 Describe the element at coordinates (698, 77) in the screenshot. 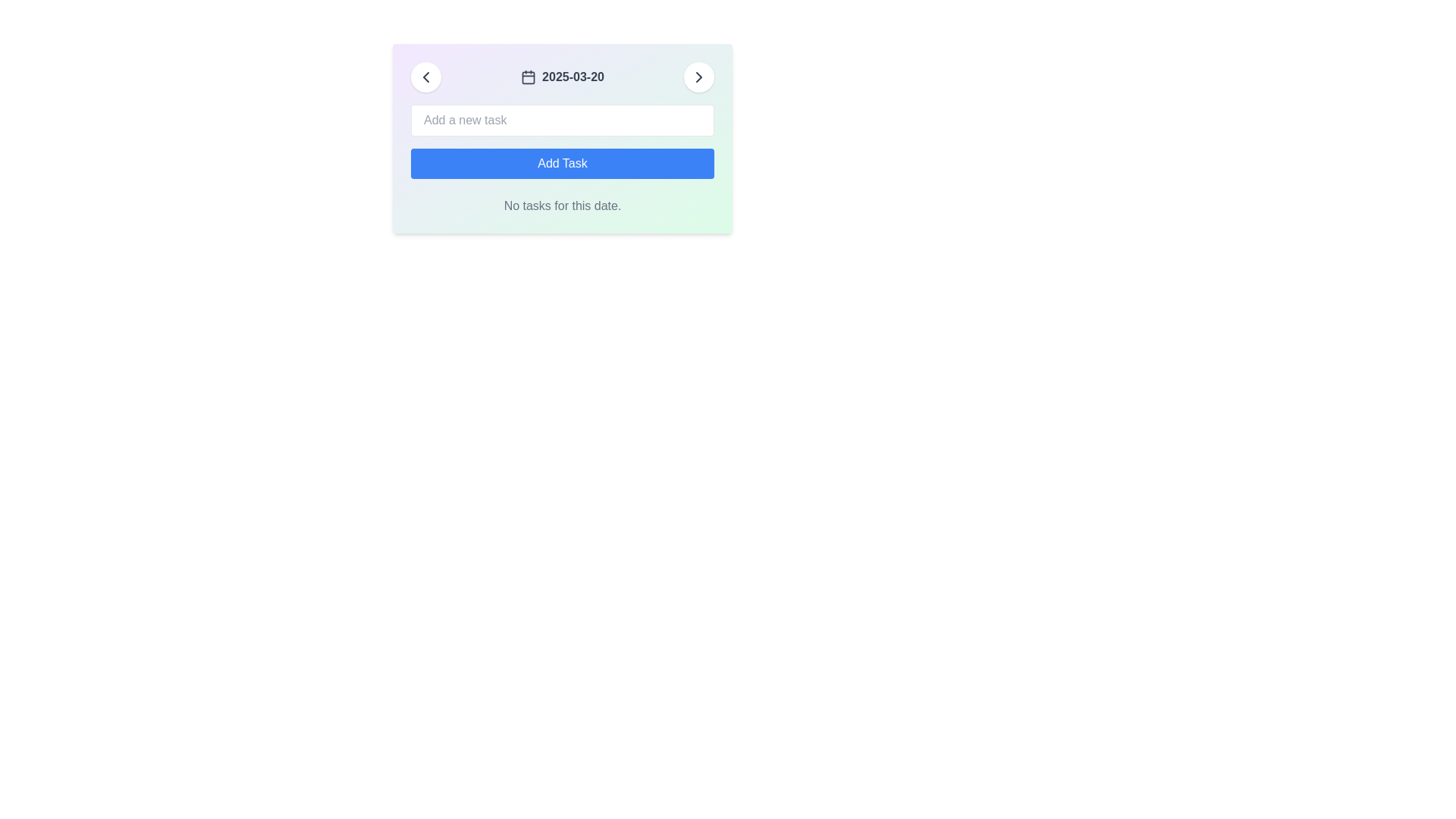

I see `the right navigation chevron icon located at the top-right corner of the interface` at that location.